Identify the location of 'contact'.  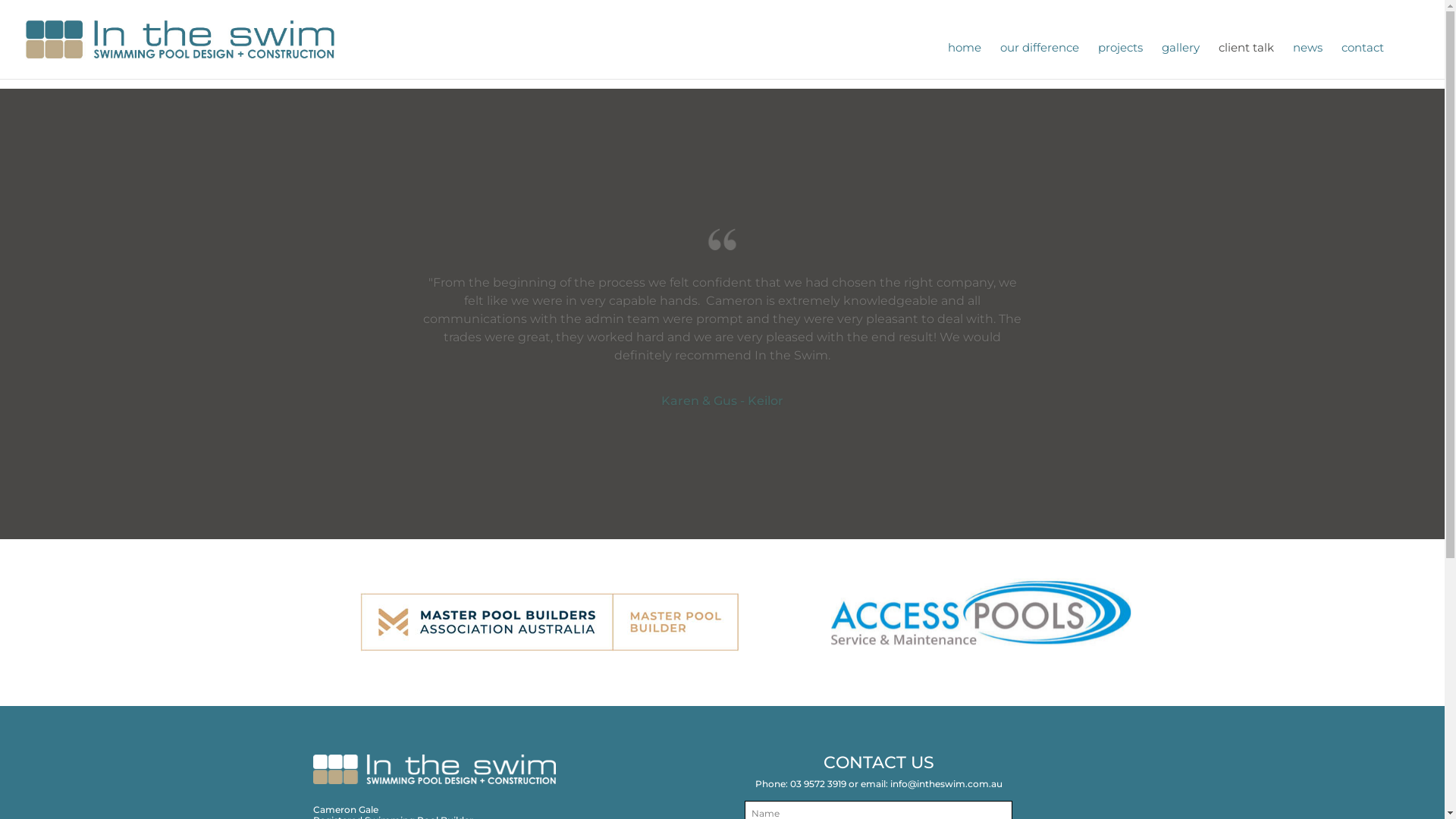
(1362, 60).